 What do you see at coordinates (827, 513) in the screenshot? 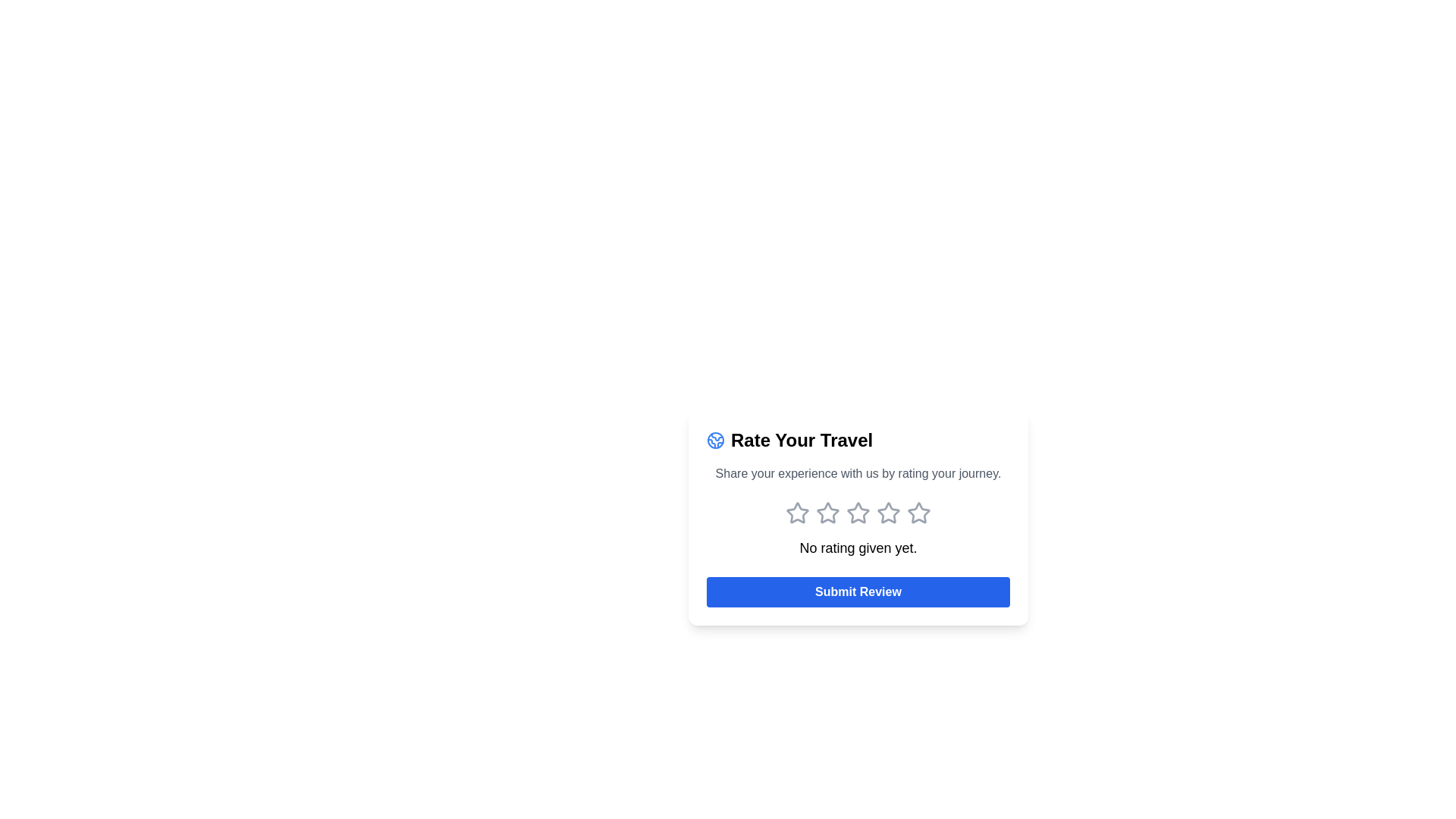
I see `the second star-shaped icon in the row of five stars to rate 2 stars, located below the text 'Share your experience with us by rating your journey.'` at bounding box center [827, 513].